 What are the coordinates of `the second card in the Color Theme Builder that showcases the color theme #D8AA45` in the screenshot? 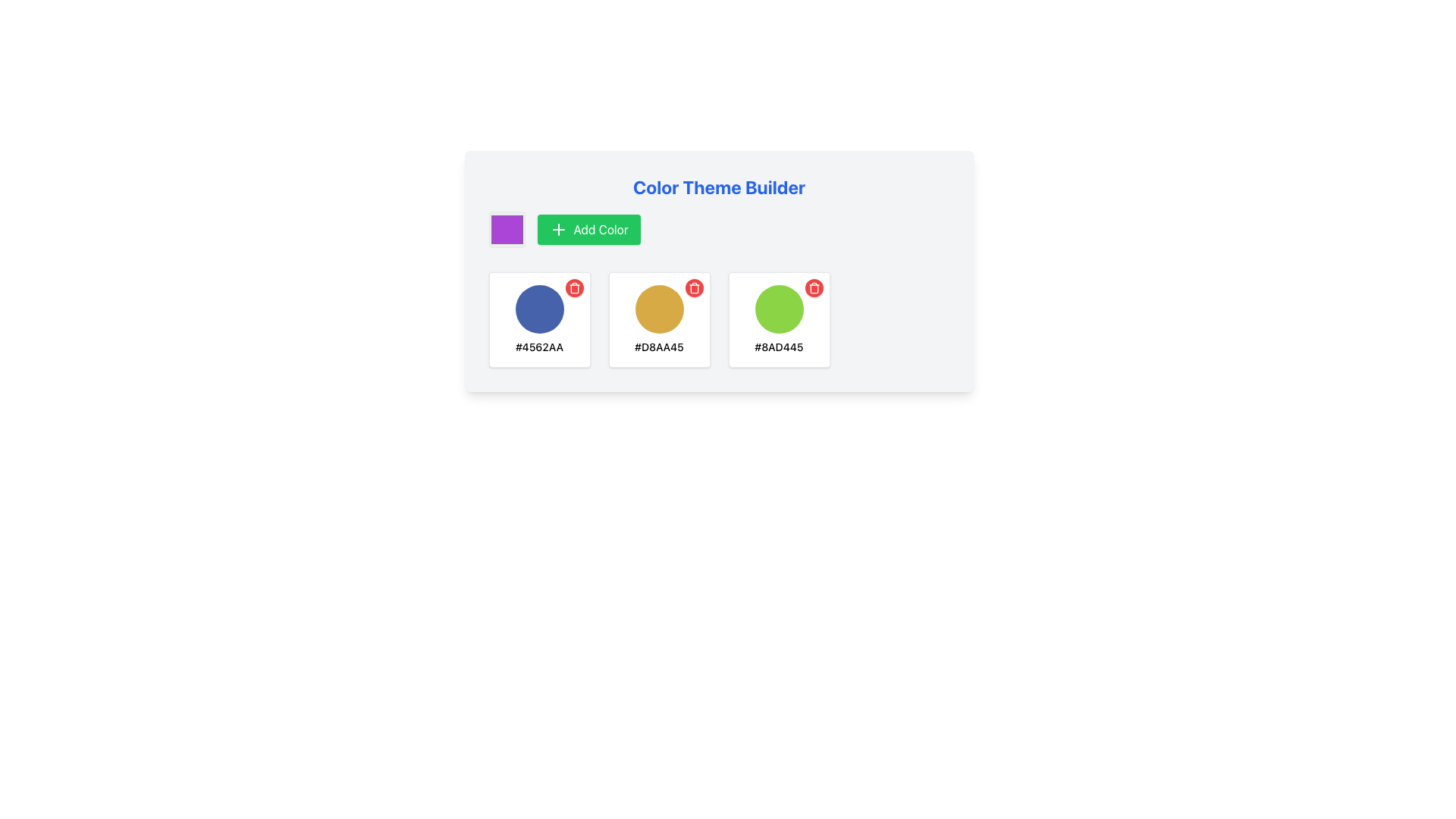 It's located at (659, 318).